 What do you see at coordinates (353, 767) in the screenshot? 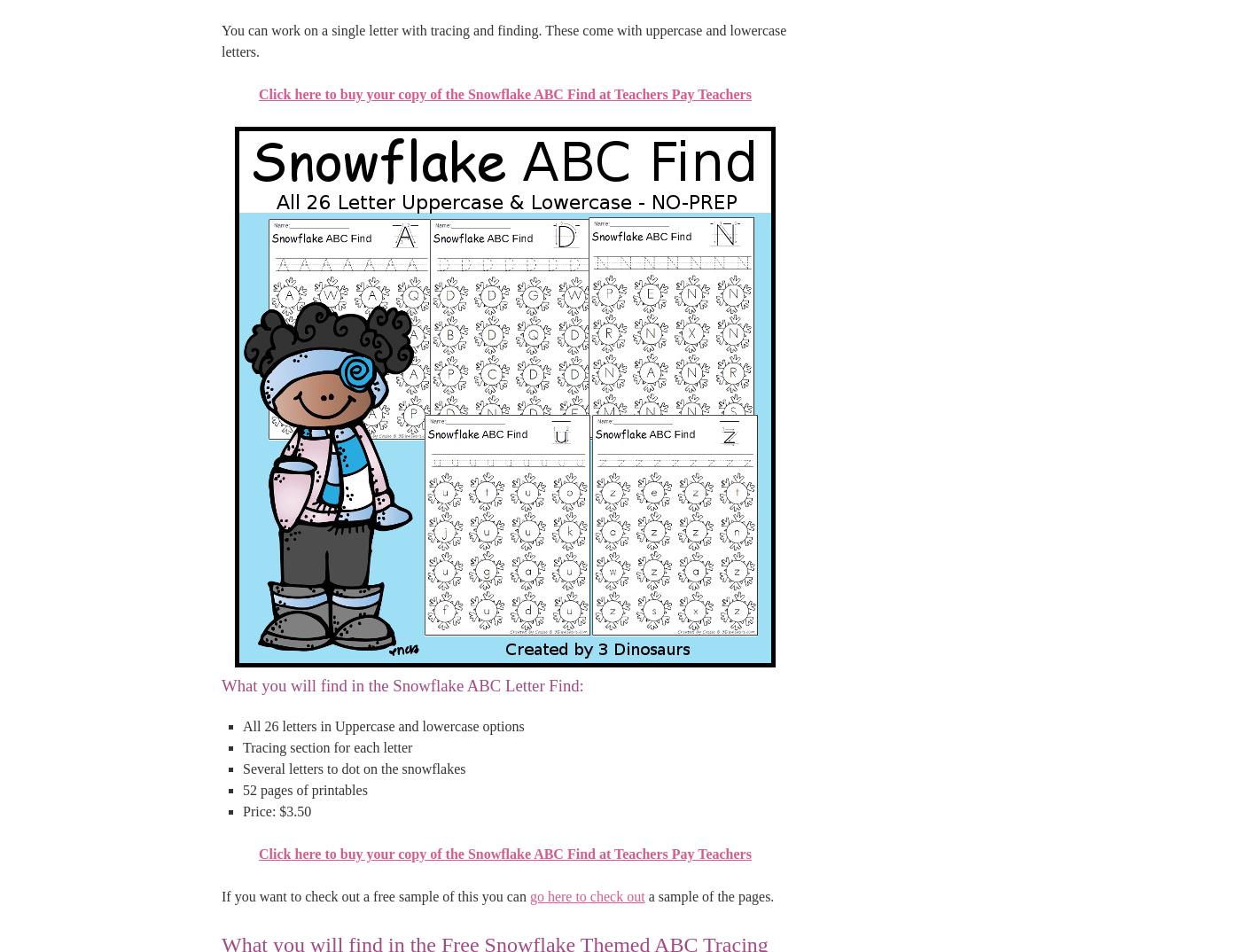
I see `'Several letters to dot on the snowflakes'` at bounding box center [353, 767].